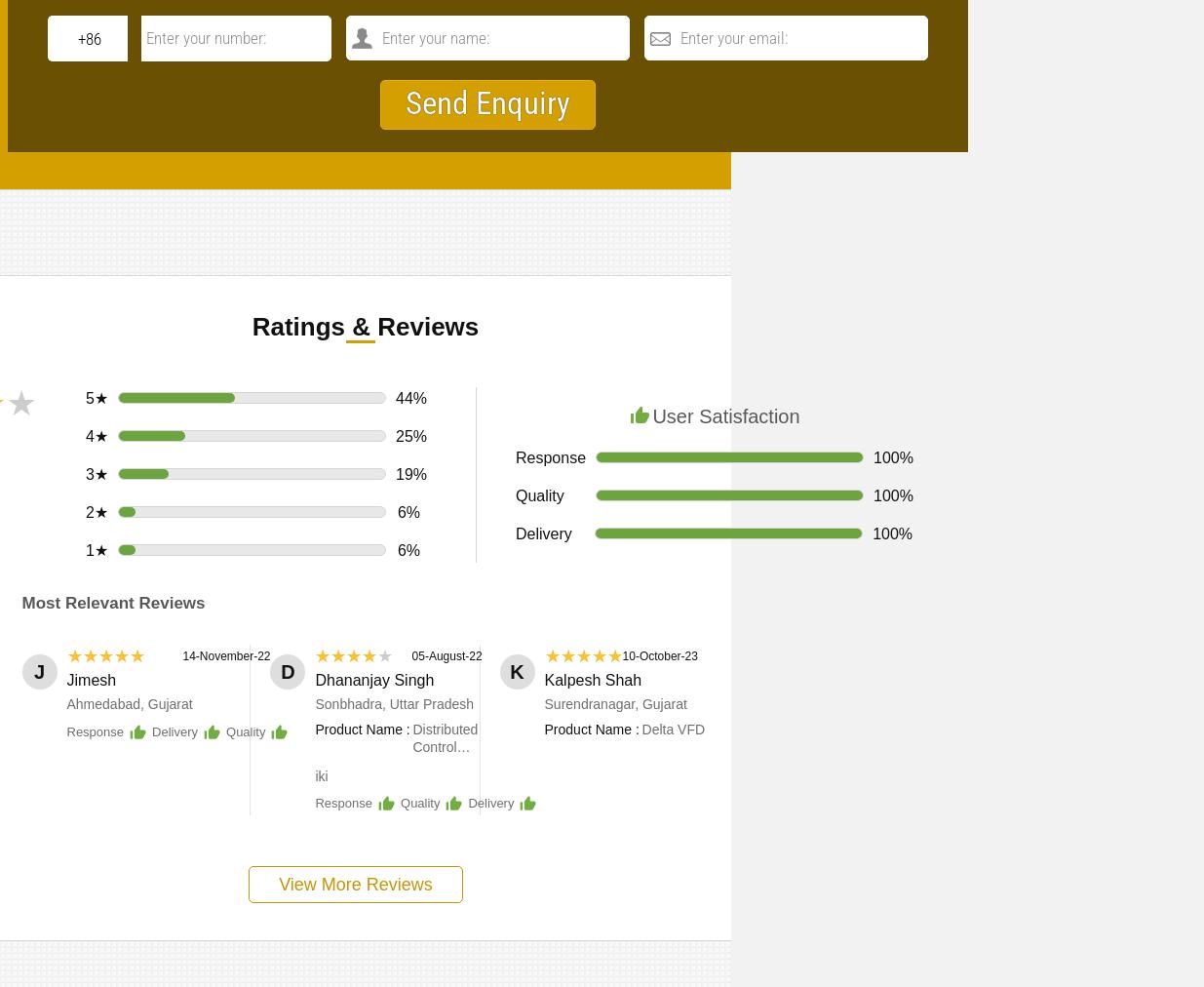 This screenshot has height=987, width=1204. What do you see at coordinates (365, 325) in the screenshot?
I see `'Ratings & Reviews'` at bounding box center [365, 325].